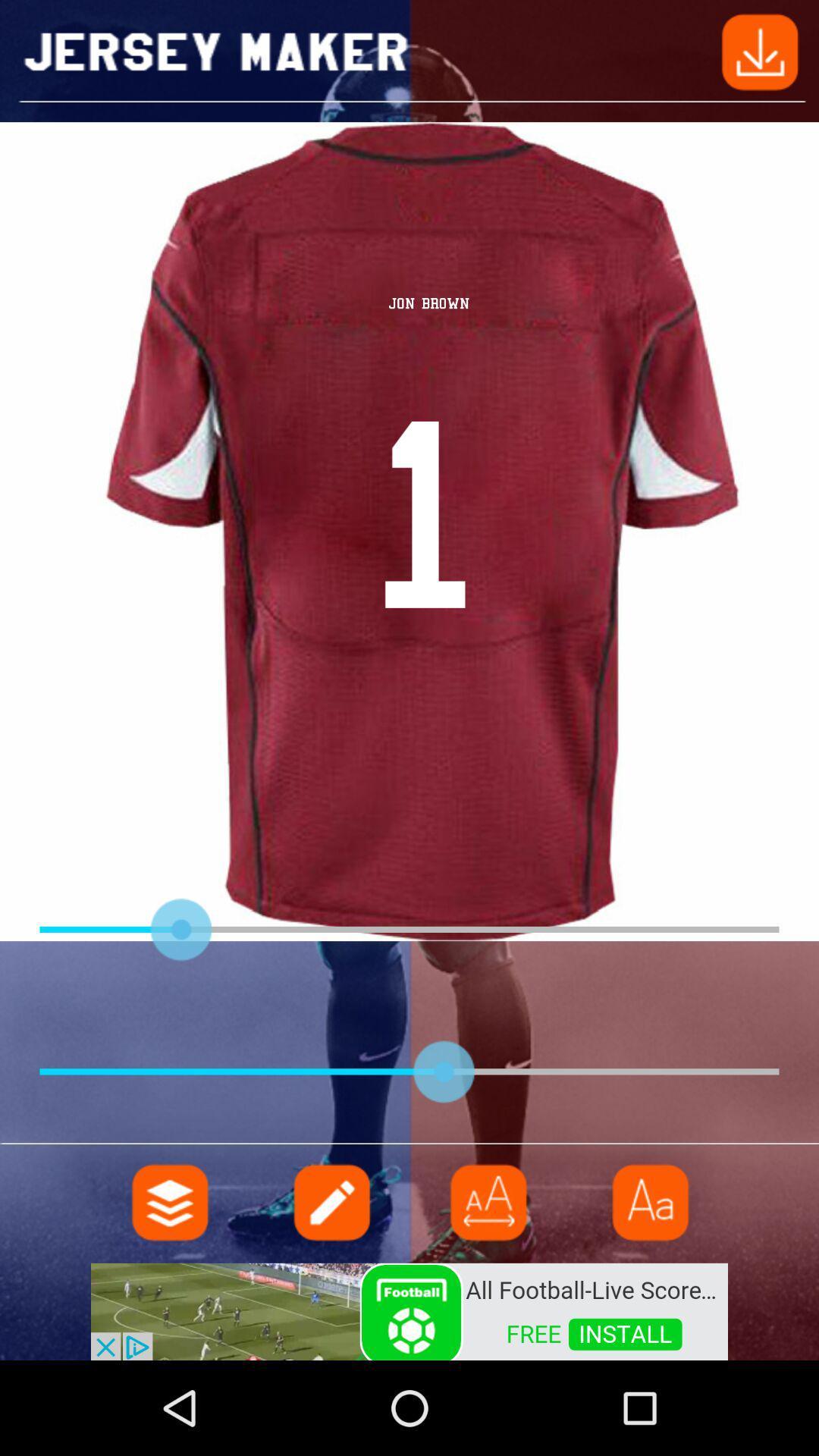  What do you see at coordinates (760, 51) in the screenshot?
I see `download` at bounding box center [760, 51].